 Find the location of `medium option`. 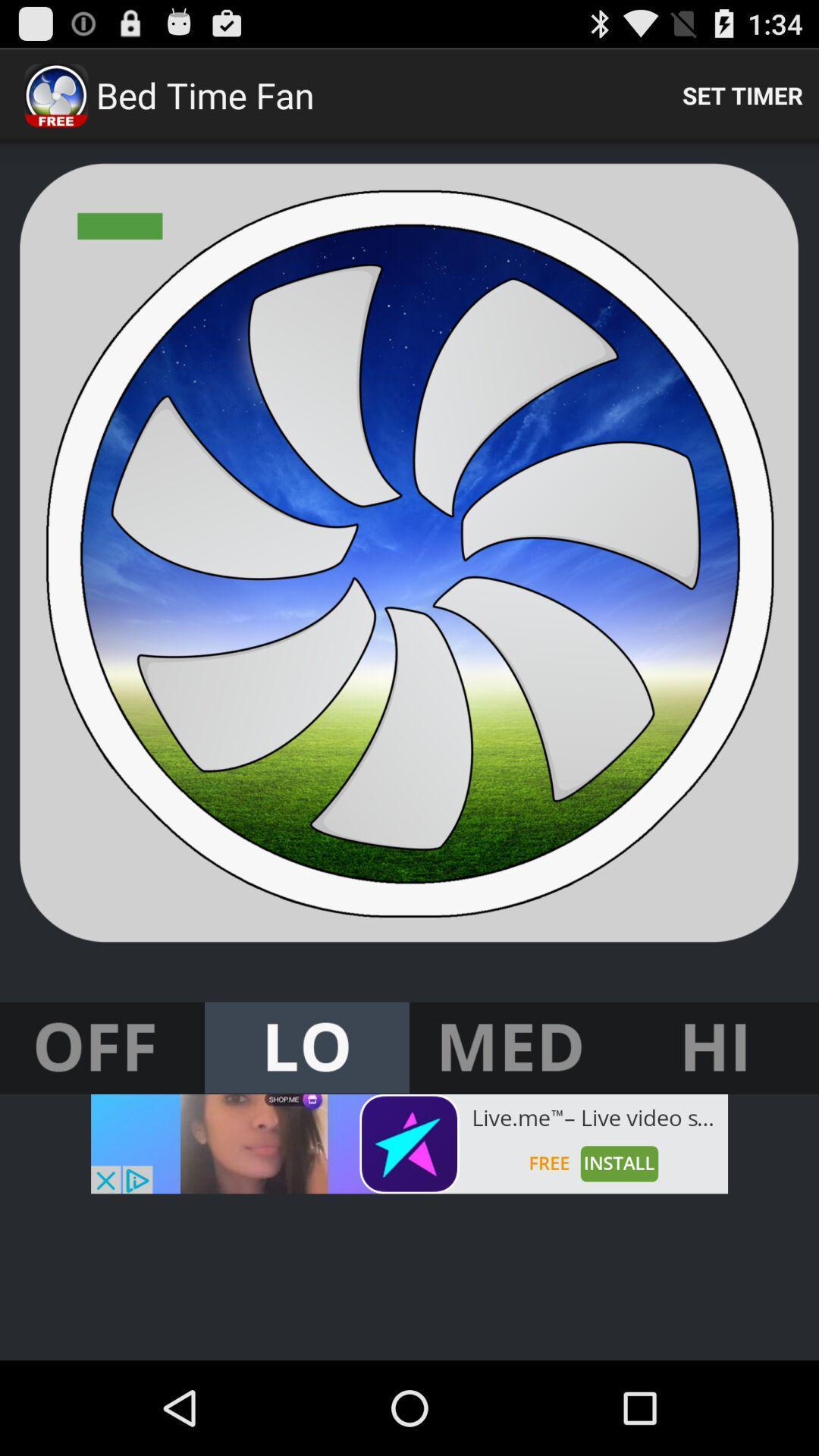

medium option is located at coordinates (512, 1047).